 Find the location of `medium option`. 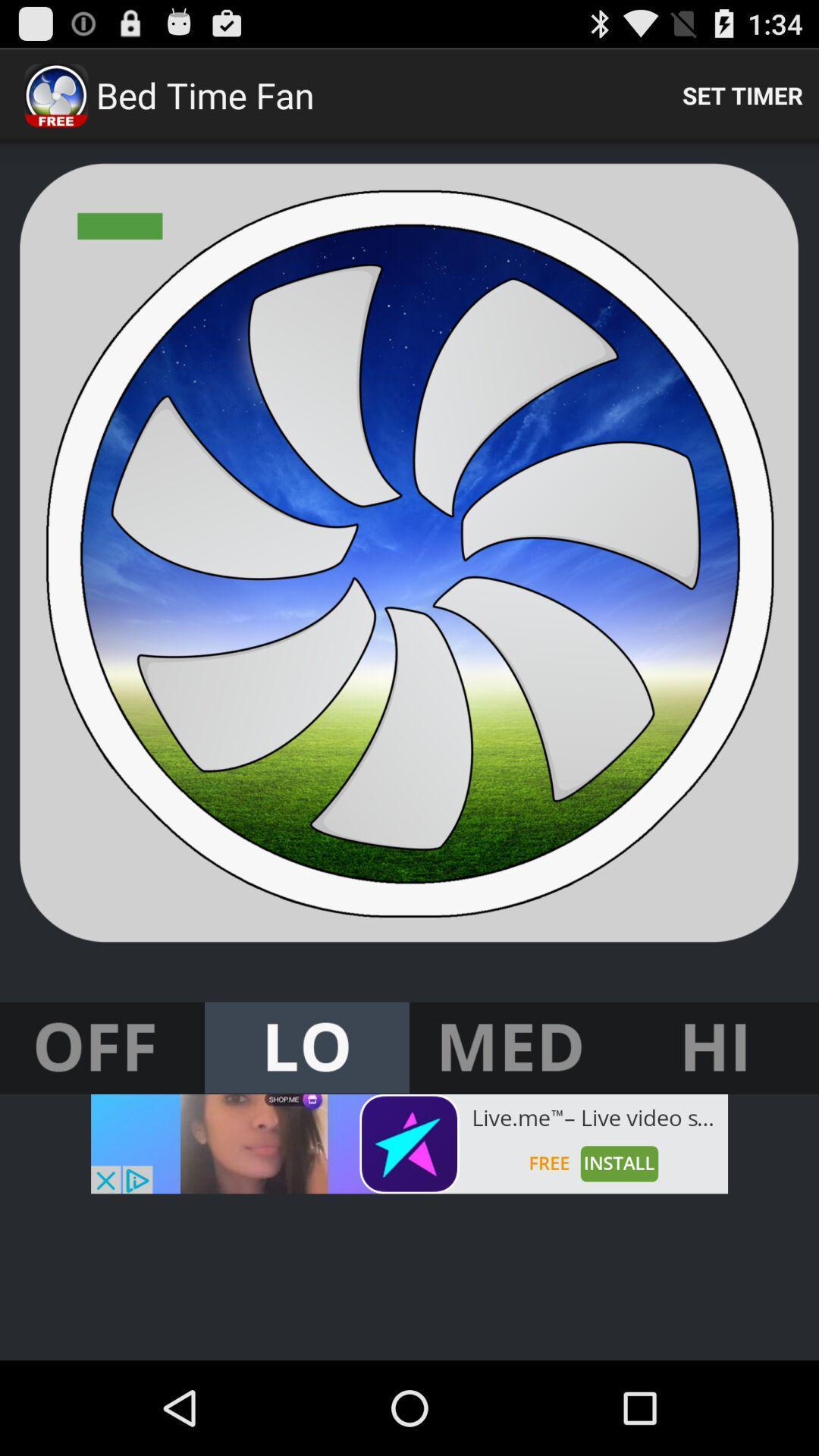

medium option is located at coordinates (512, 1047).